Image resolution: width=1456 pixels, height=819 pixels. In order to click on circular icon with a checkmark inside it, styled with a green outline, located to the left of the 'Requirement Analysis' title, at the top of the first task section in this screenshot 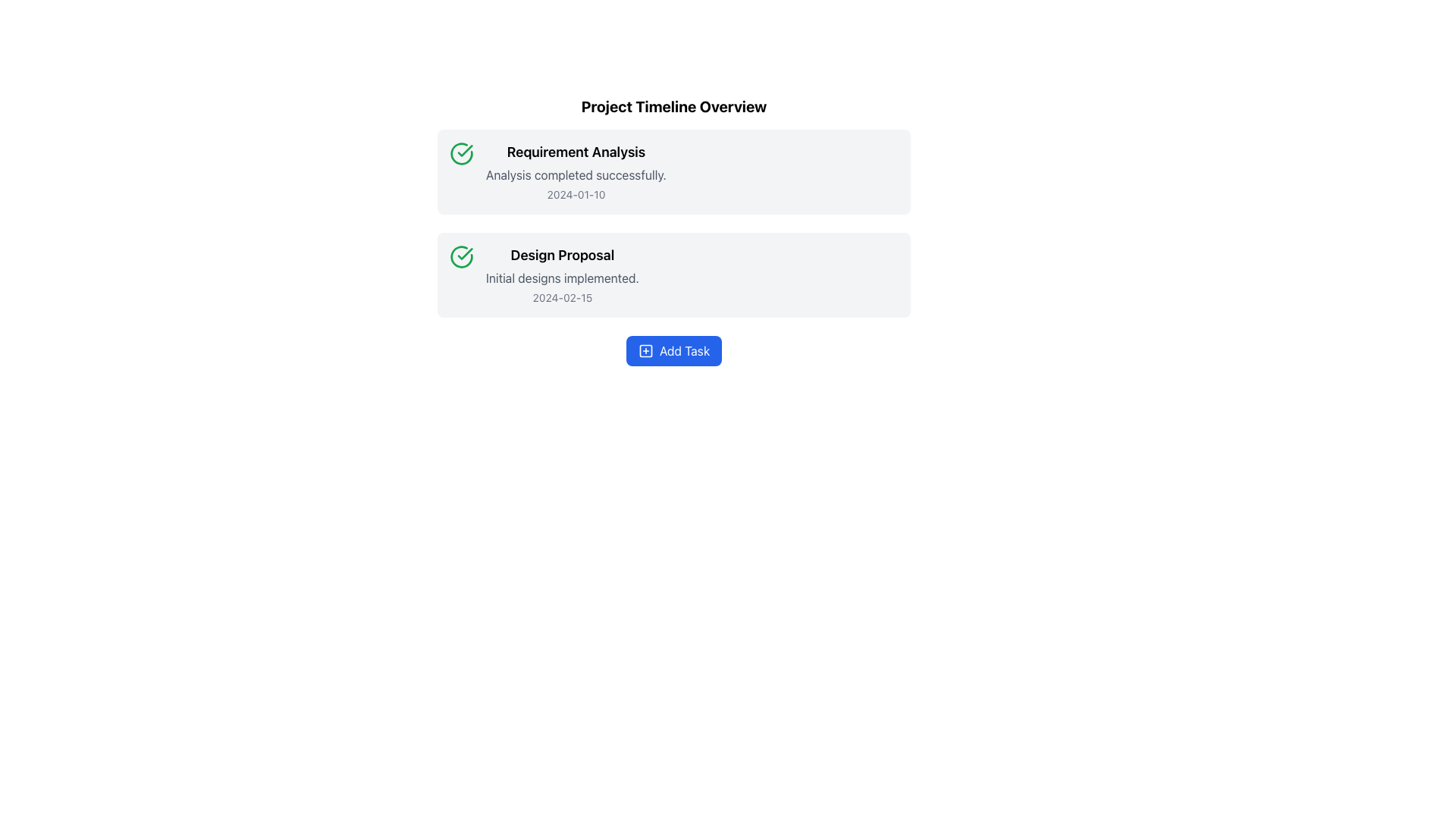, I will do `click(461, 154)`.